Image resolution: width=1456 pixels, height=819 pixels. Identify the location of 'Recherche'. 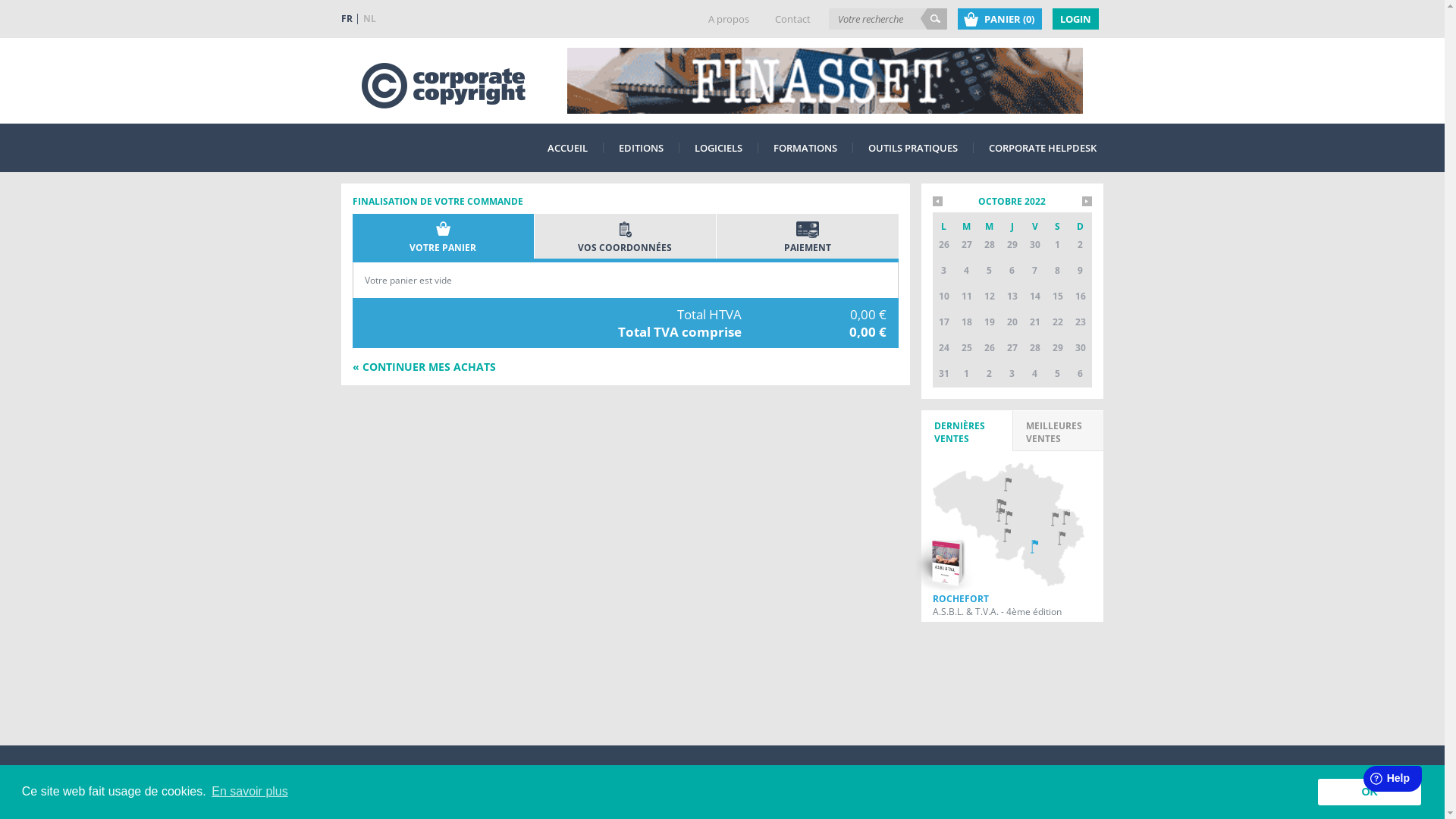
(933, 18).